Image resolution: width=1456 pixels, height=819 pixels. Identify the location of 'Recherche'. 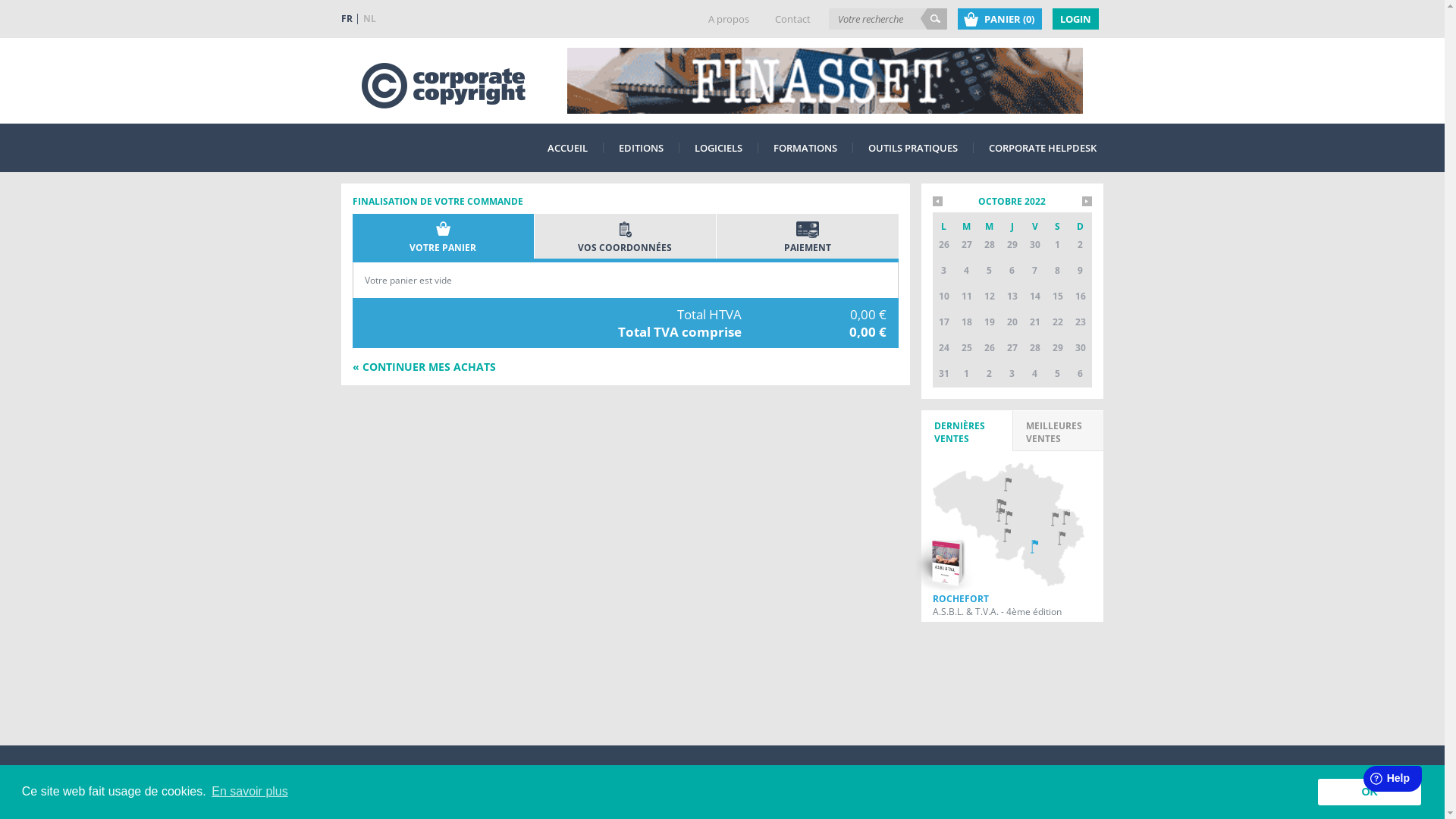
(933, 18).